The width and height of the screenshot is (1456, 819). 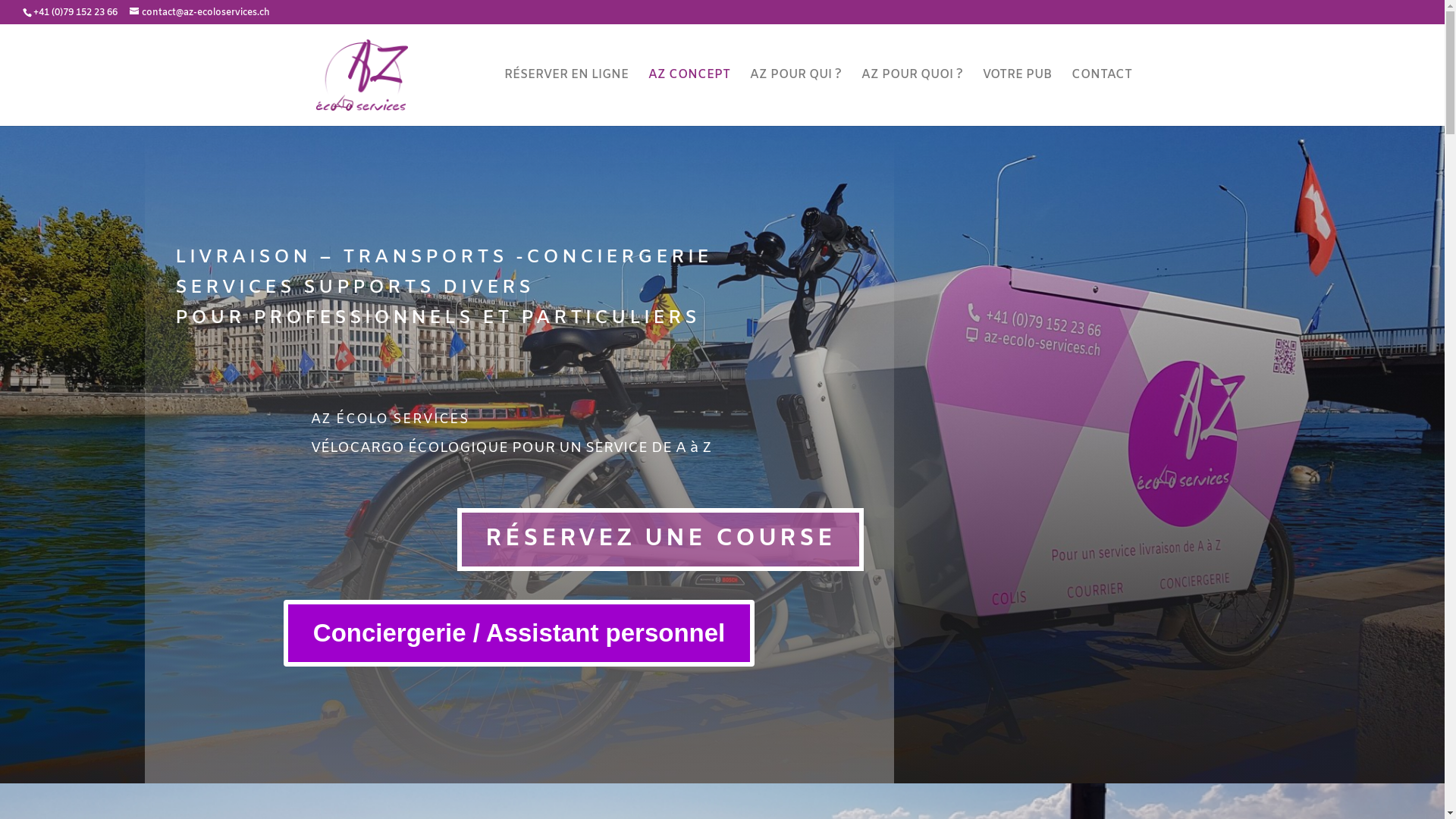 I want to click on 'AZ POUR QUI ?', so click(x=794, y=97).